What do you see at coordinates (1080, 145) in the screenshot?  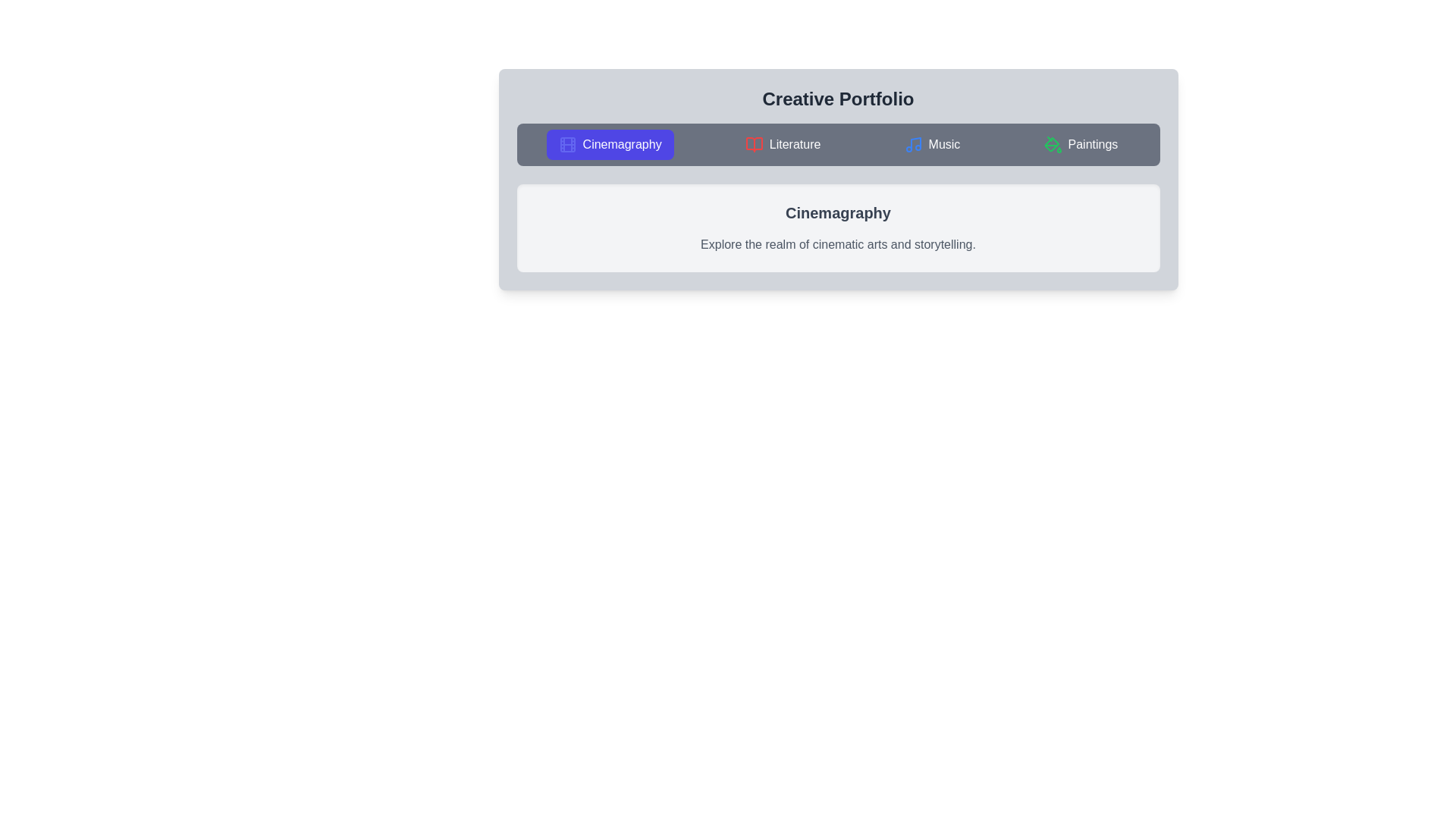 I see `the tab labeled Paintings to activate it` at bounding box center [1080, 145].